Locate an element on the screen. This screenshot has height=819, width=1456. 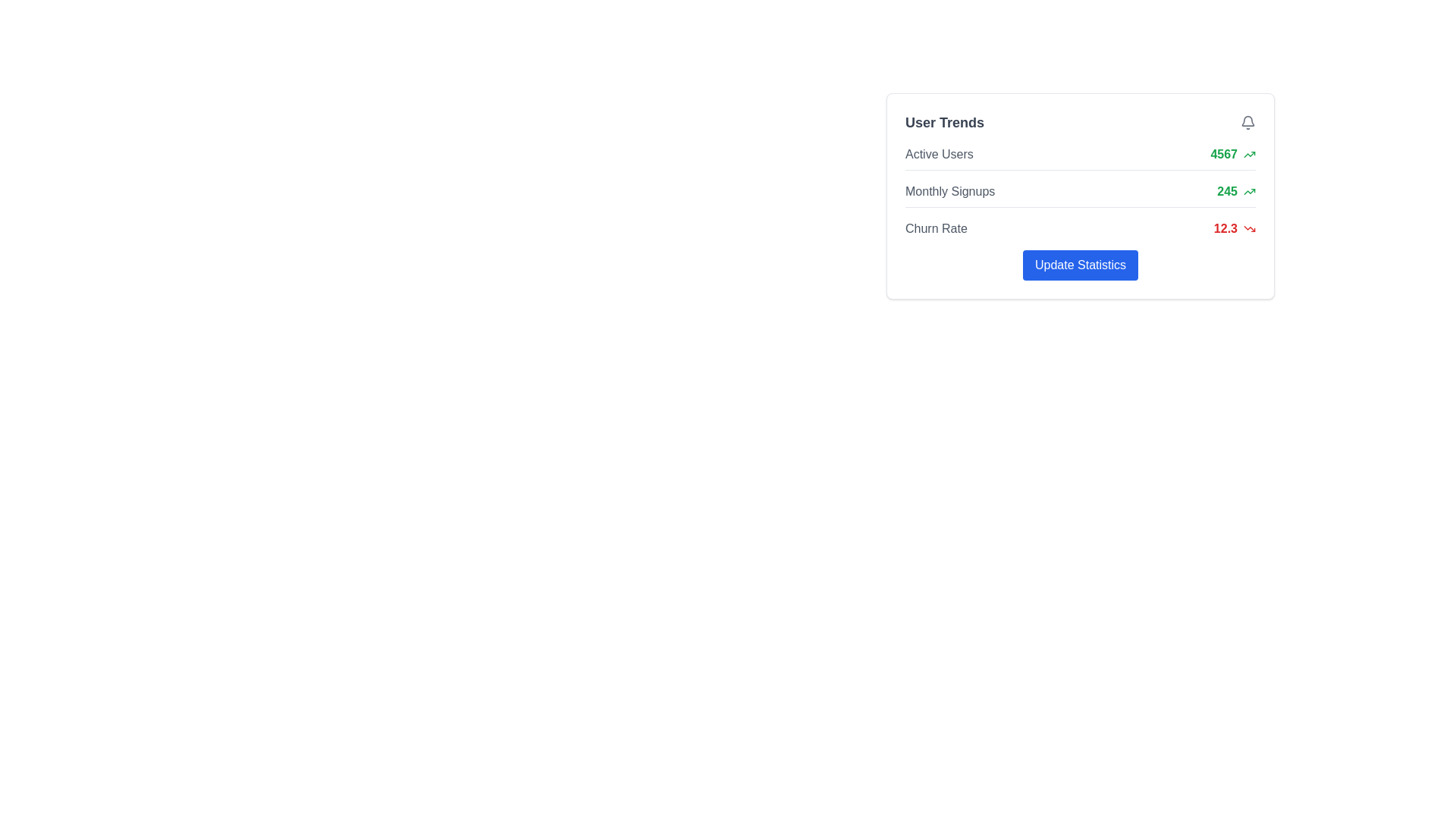
value displayed in the Metric display with icon for 'Churn Rate', which shows '12.3' in bold red font is located at coordinates (1235, 228).